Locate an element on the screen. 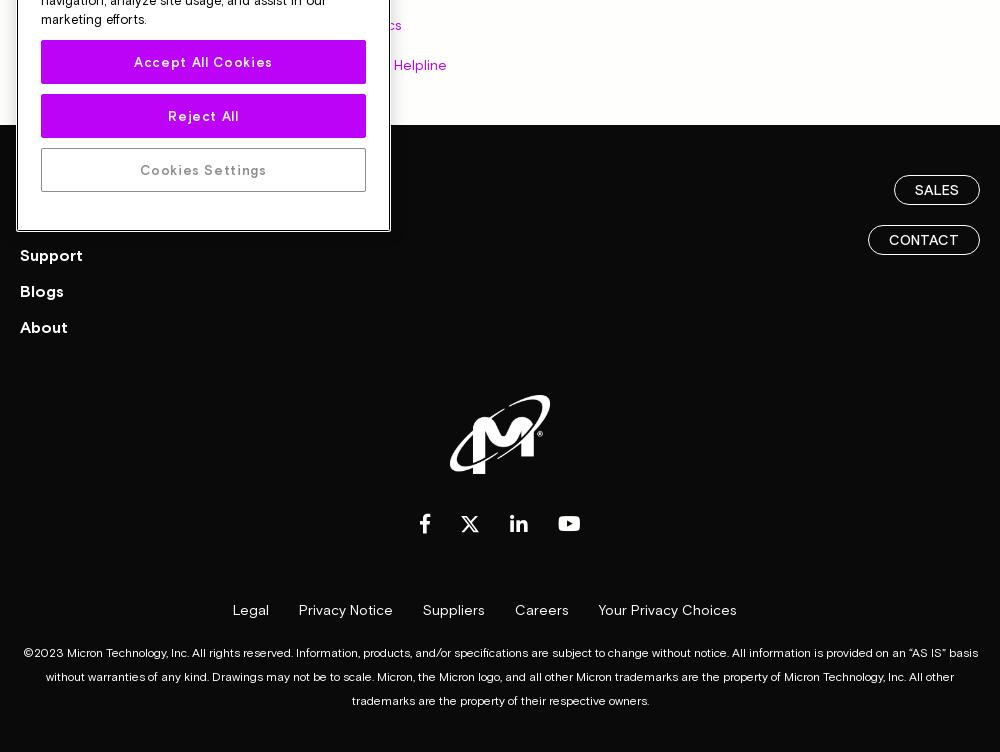  'Suppliers' is located at coordinates (453, 608).